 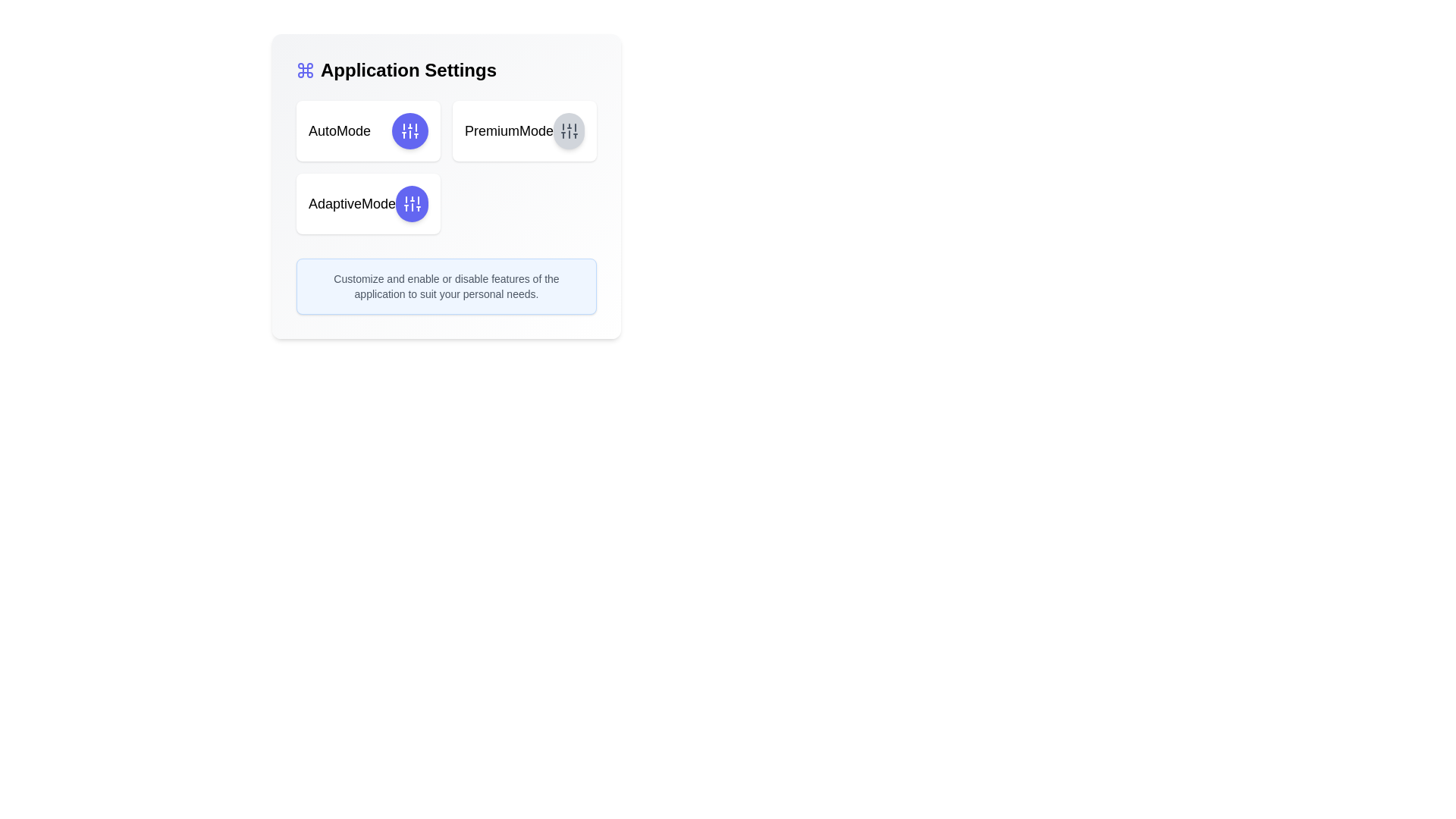 What do you see at coordinates (351, 203) in the screenshot?
I see `the static text label displaying 'adaptiveMode' located within the 'Application Settings' section, beneath 'AutoMode' and 'PremiumMode'` at bounding box center [351, 203].